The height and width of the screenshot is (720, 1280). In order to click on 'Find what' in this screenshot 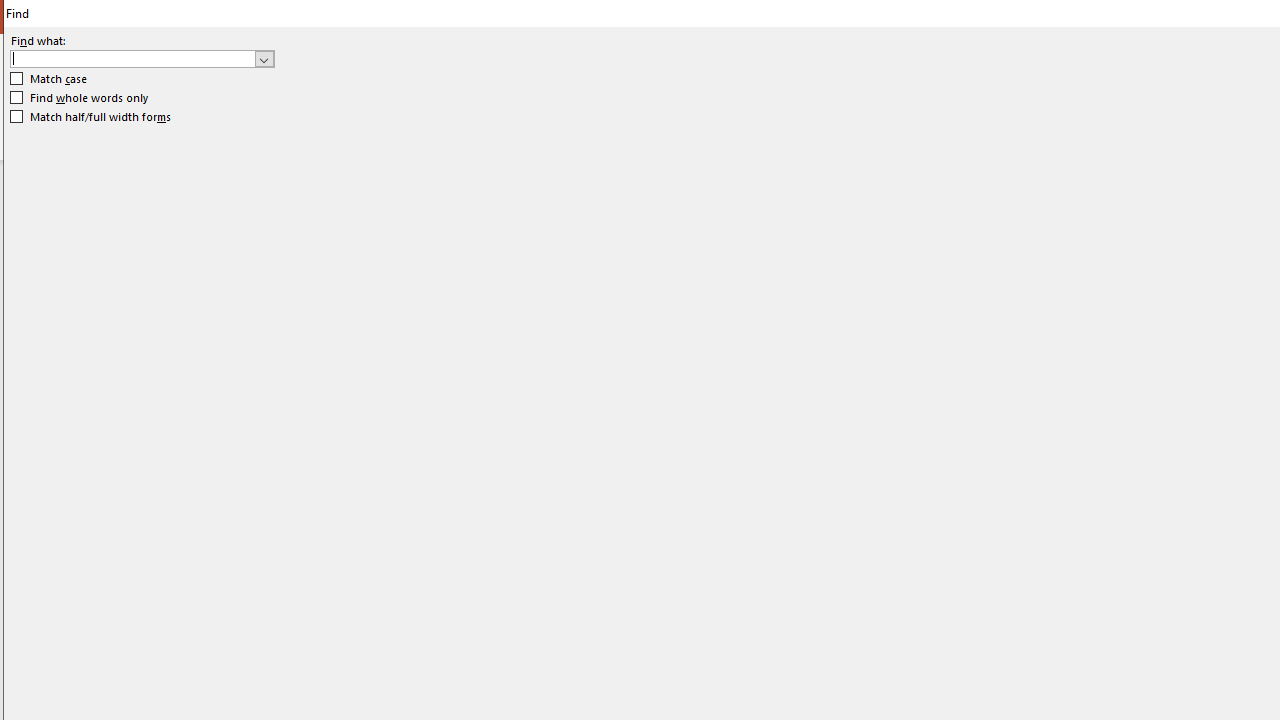, I will do `click(132, 58)`.